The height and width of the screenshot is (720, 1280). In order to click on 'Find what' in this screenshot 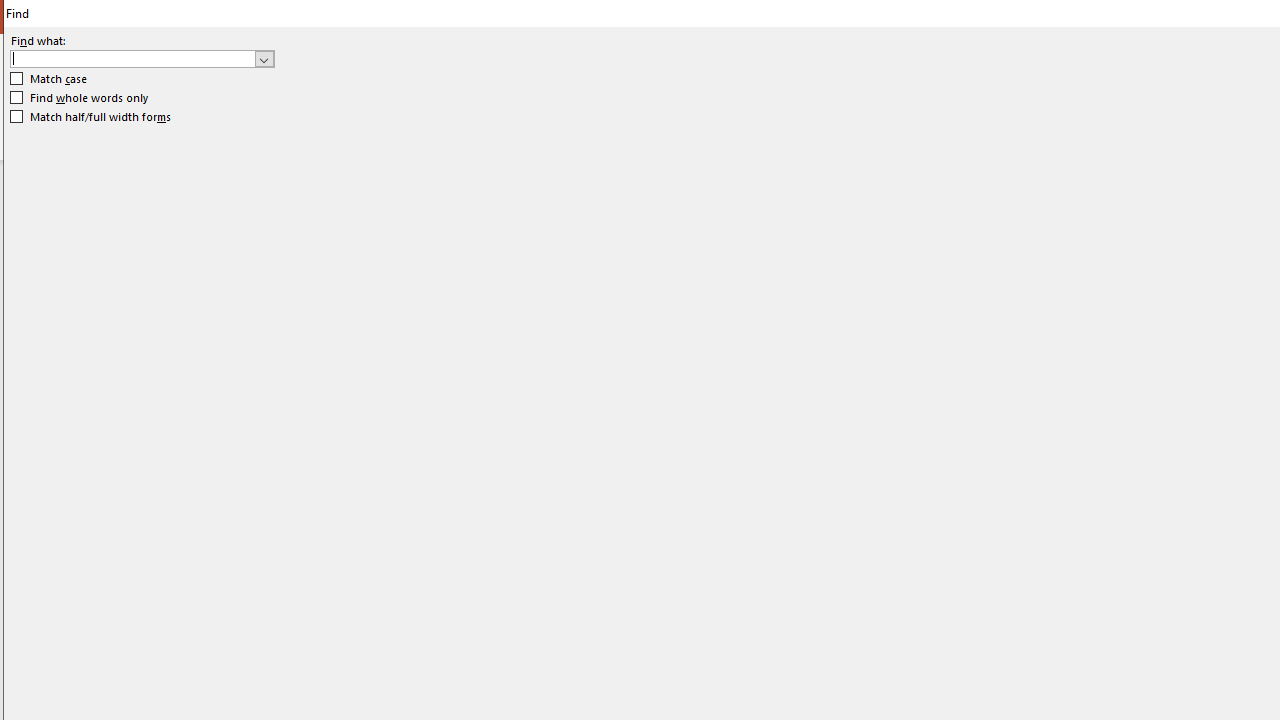, I will do `click(132, 58)`.